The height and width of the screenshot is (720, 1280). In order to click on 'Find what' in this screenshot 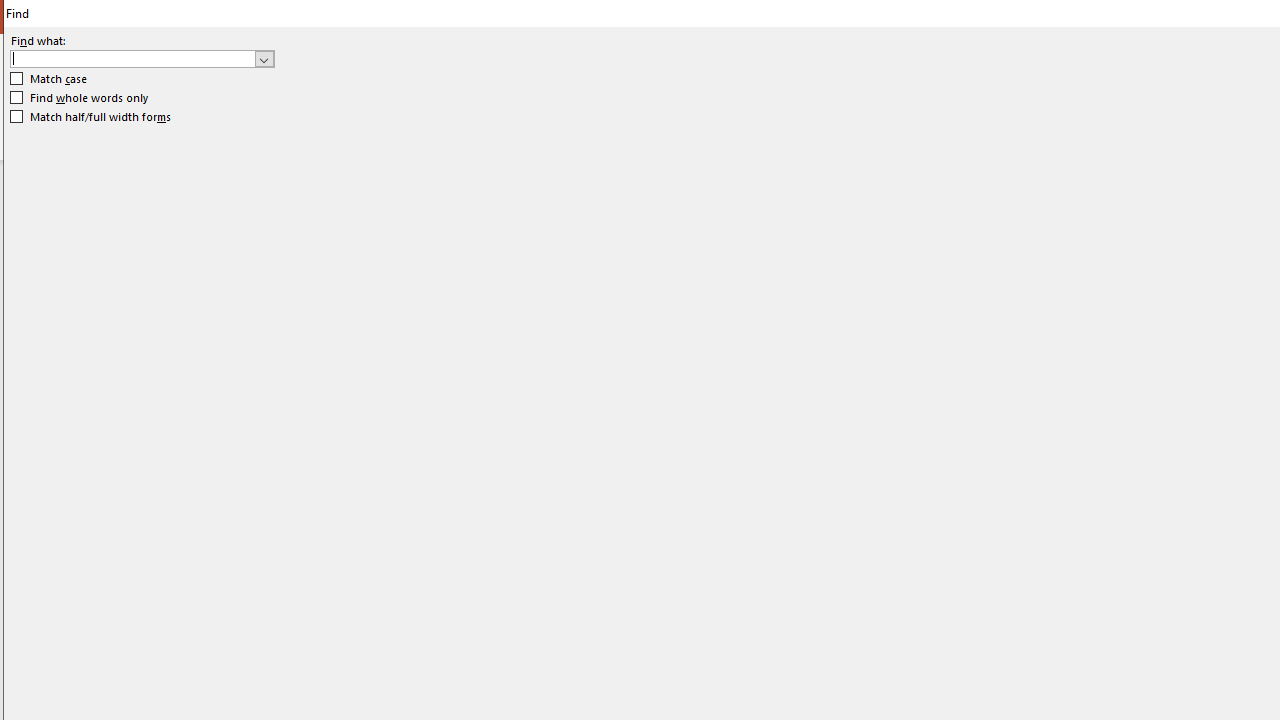, I will do `click(132, 58)`.